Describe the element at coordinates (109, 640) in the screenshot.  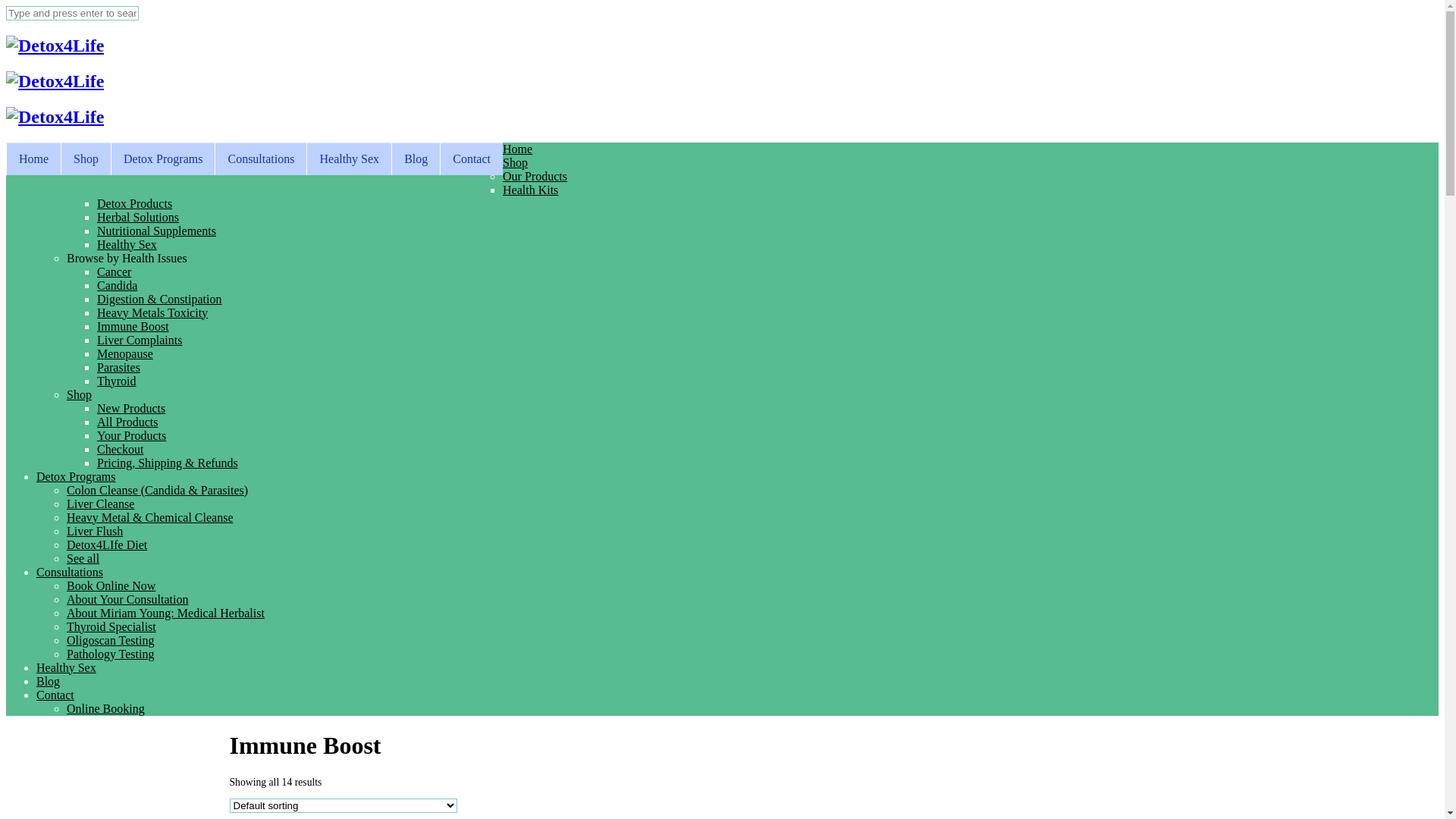
I see `'Oligoscan Testing'` at that location.